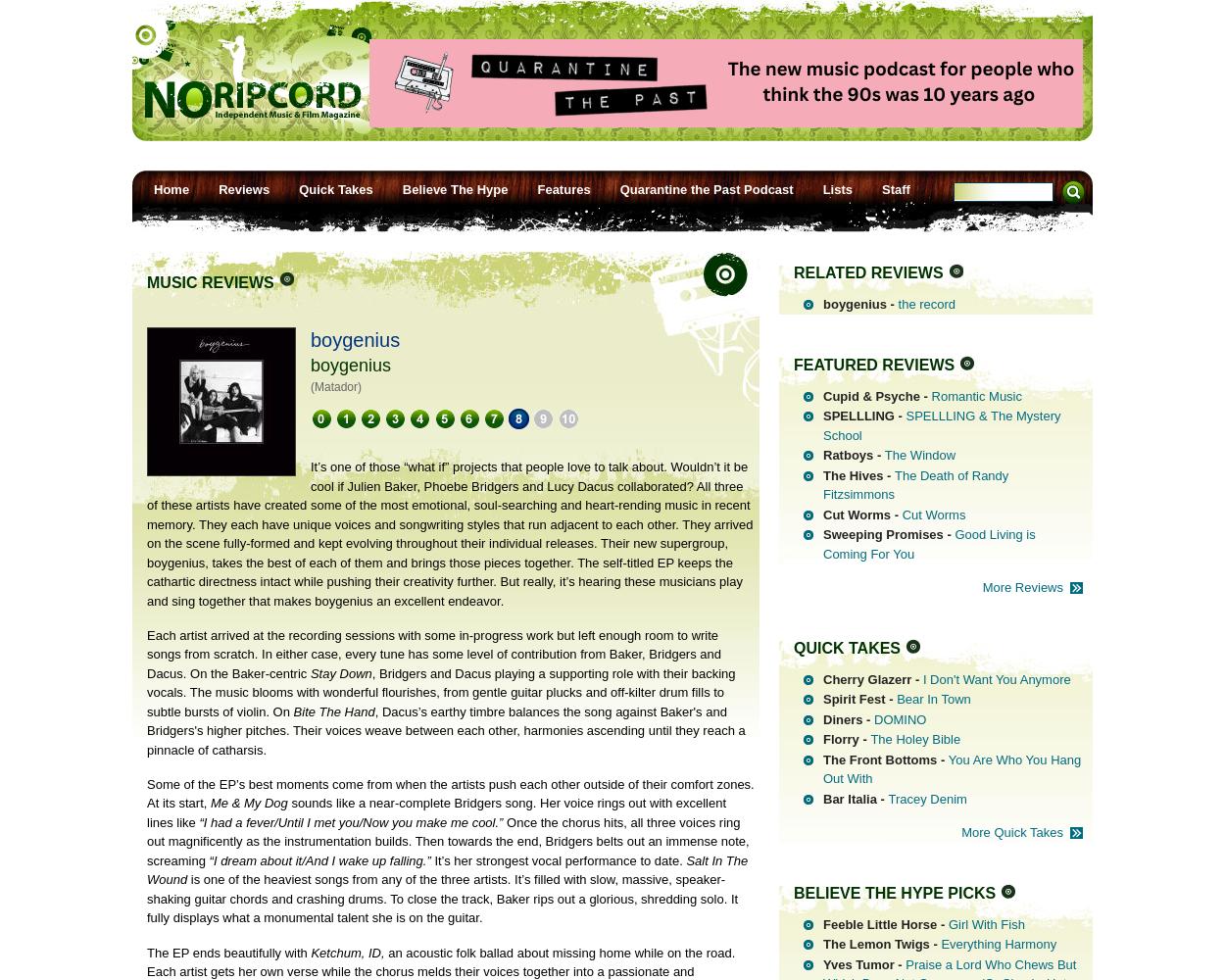  Describe the element at coordinates (339, 672) in the screenshot. I see `'Stay Down'` at that location.